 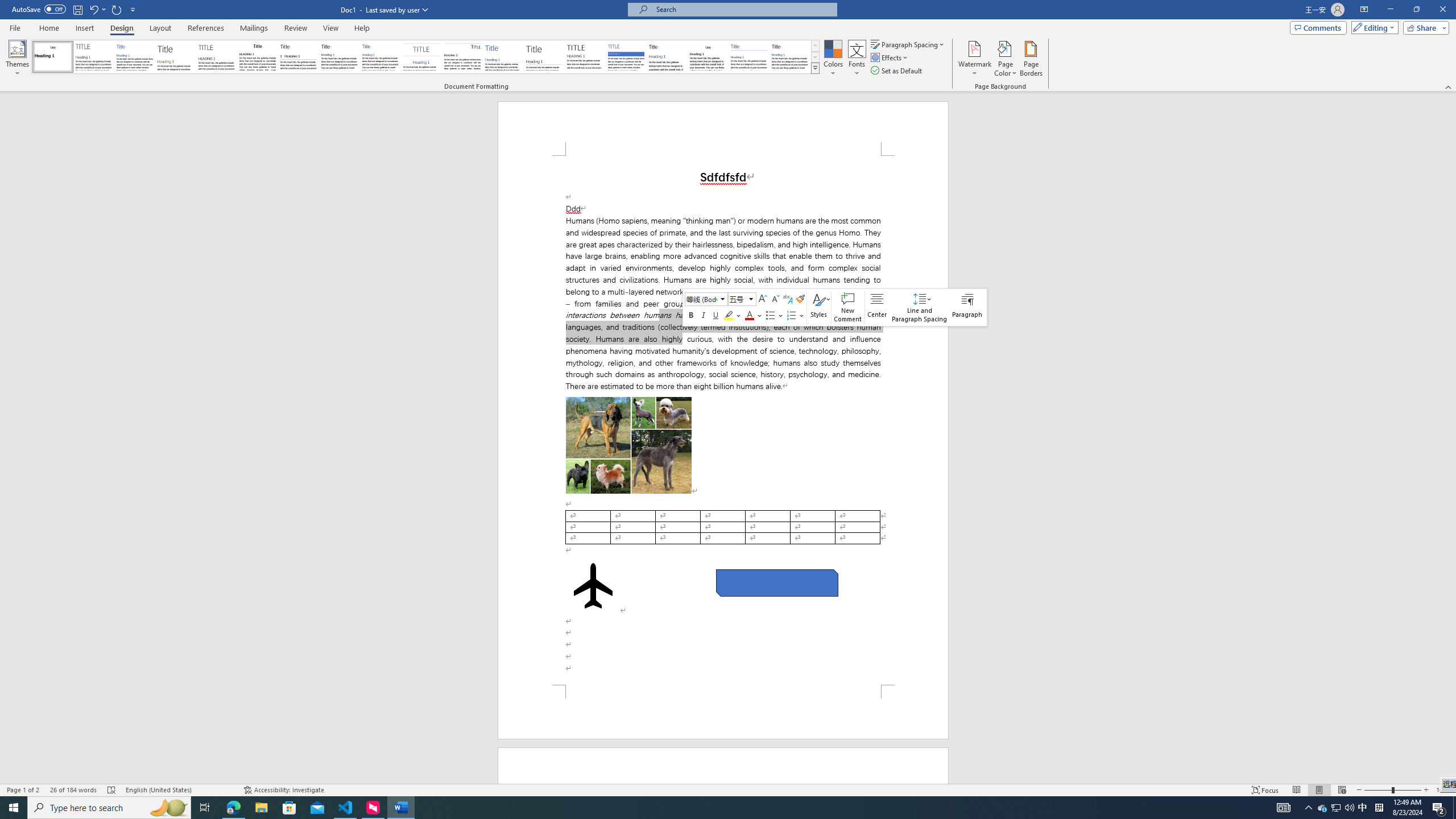 I want to click on 'Format Painter', so click(x=800, y=299).